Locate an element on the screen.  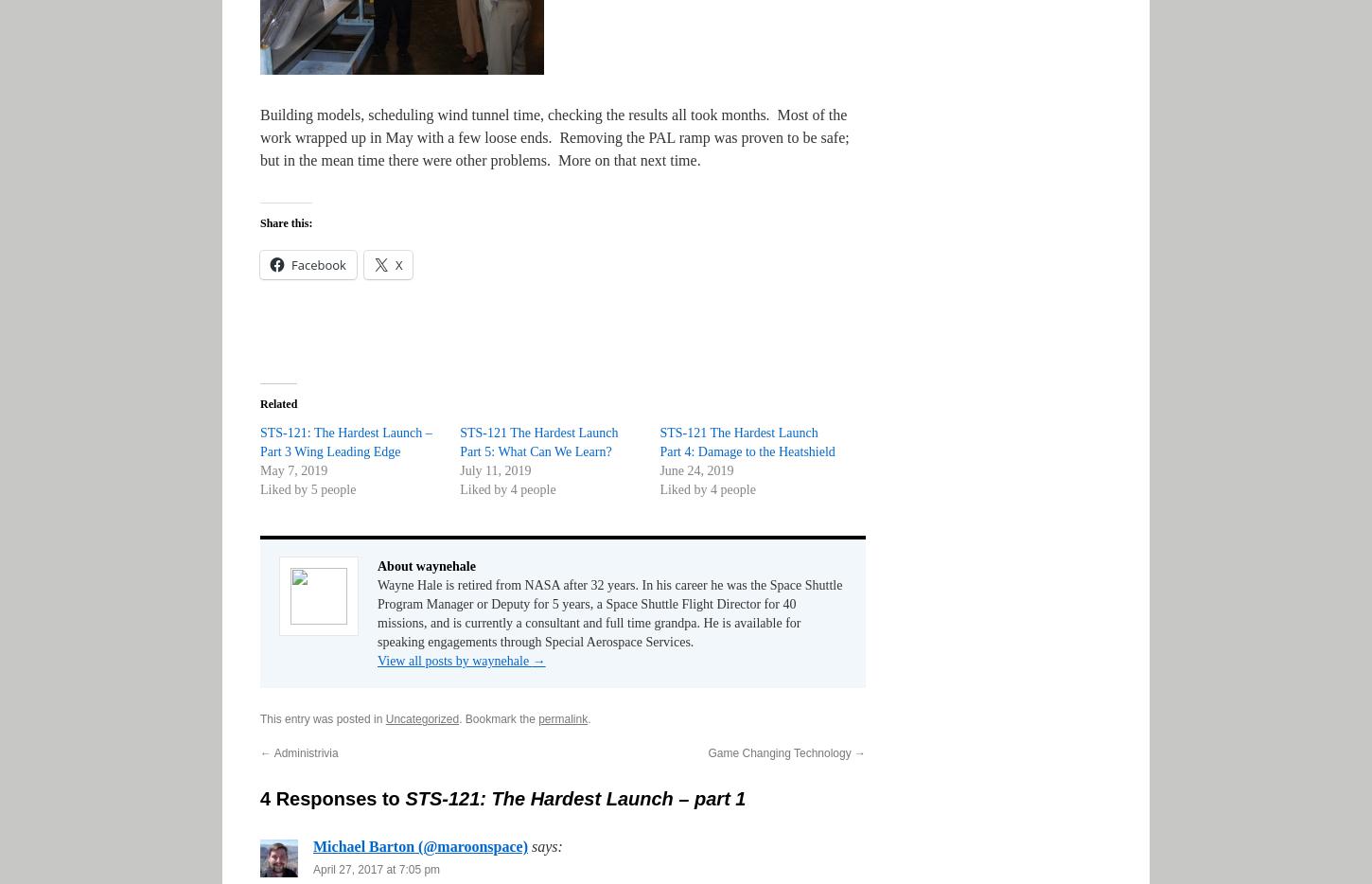
'Facebook' is located at coordinates (318, 265).